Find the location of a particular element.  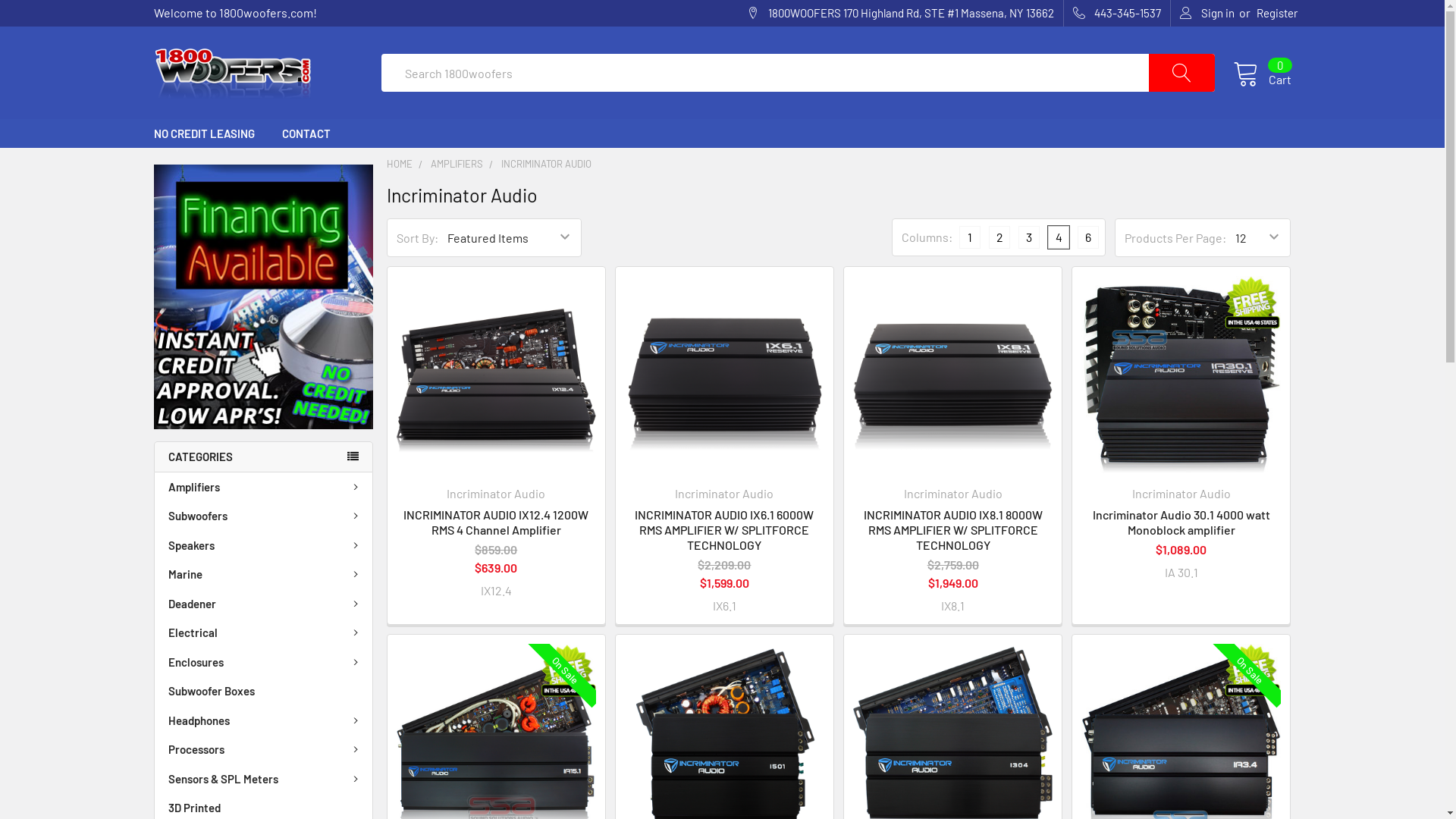

'AMPLIFIERS' is located at coordinates (456, 164).